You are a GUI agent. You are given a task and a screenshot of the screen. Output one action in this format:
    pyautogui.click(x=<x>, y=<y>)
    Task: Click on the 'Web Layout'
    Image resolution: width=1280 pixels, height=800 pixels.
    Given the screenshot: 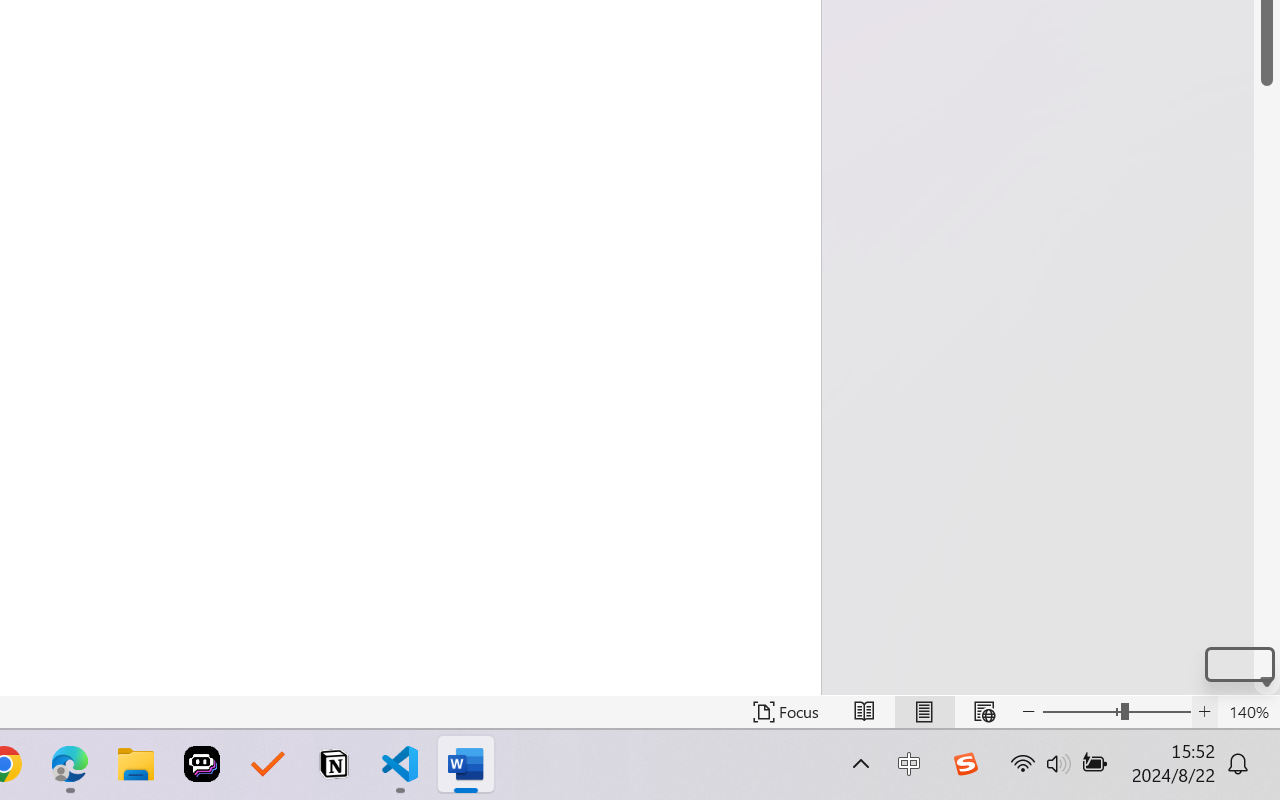 What is the action you would take?
    pyautogui.click(x=984, y=711)
    